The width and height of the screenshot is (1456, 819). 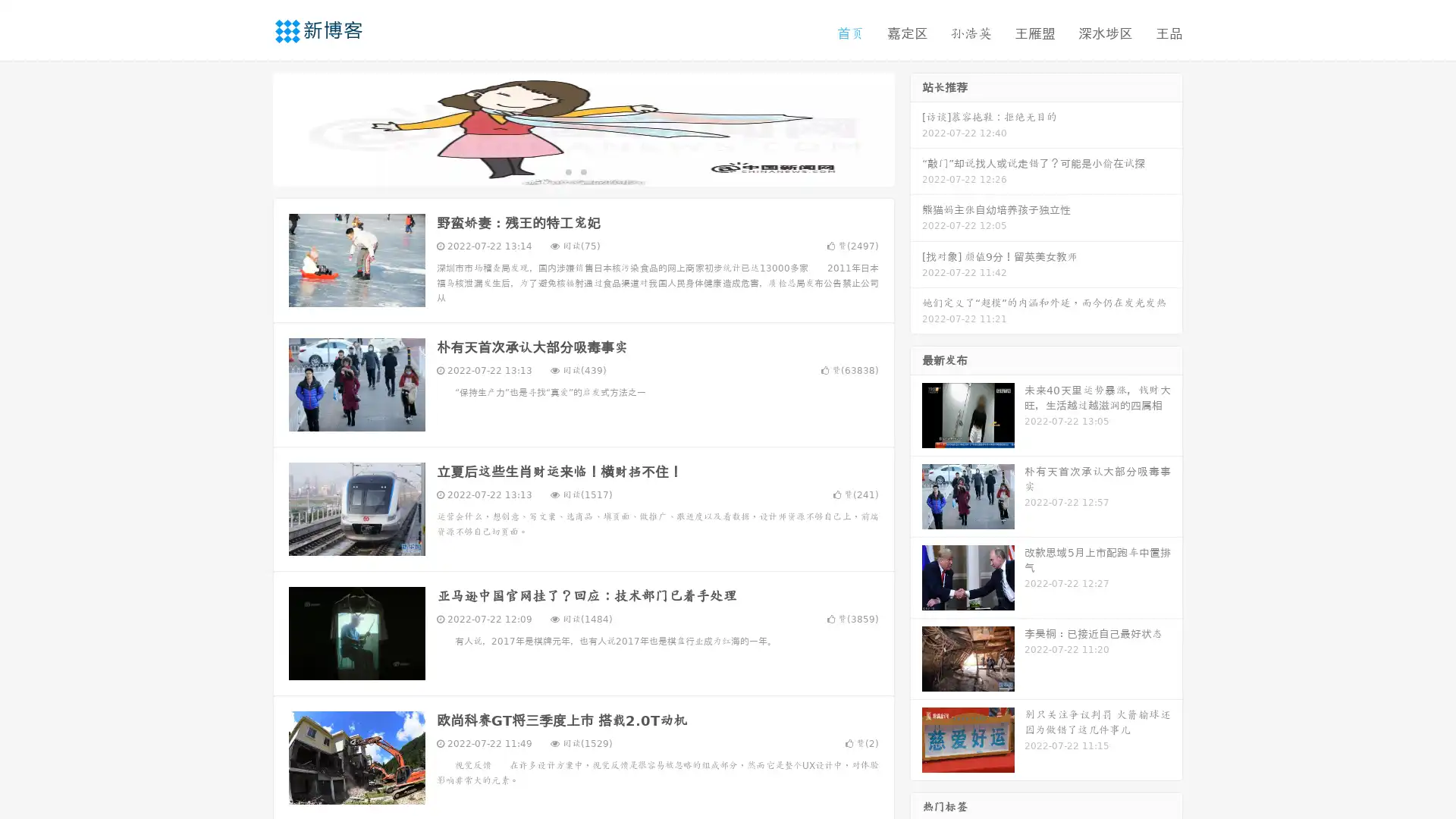 What do you see at coordinates (916, 127) in the screenshot?
I see `Next slide` at bounding box center [916, 127].